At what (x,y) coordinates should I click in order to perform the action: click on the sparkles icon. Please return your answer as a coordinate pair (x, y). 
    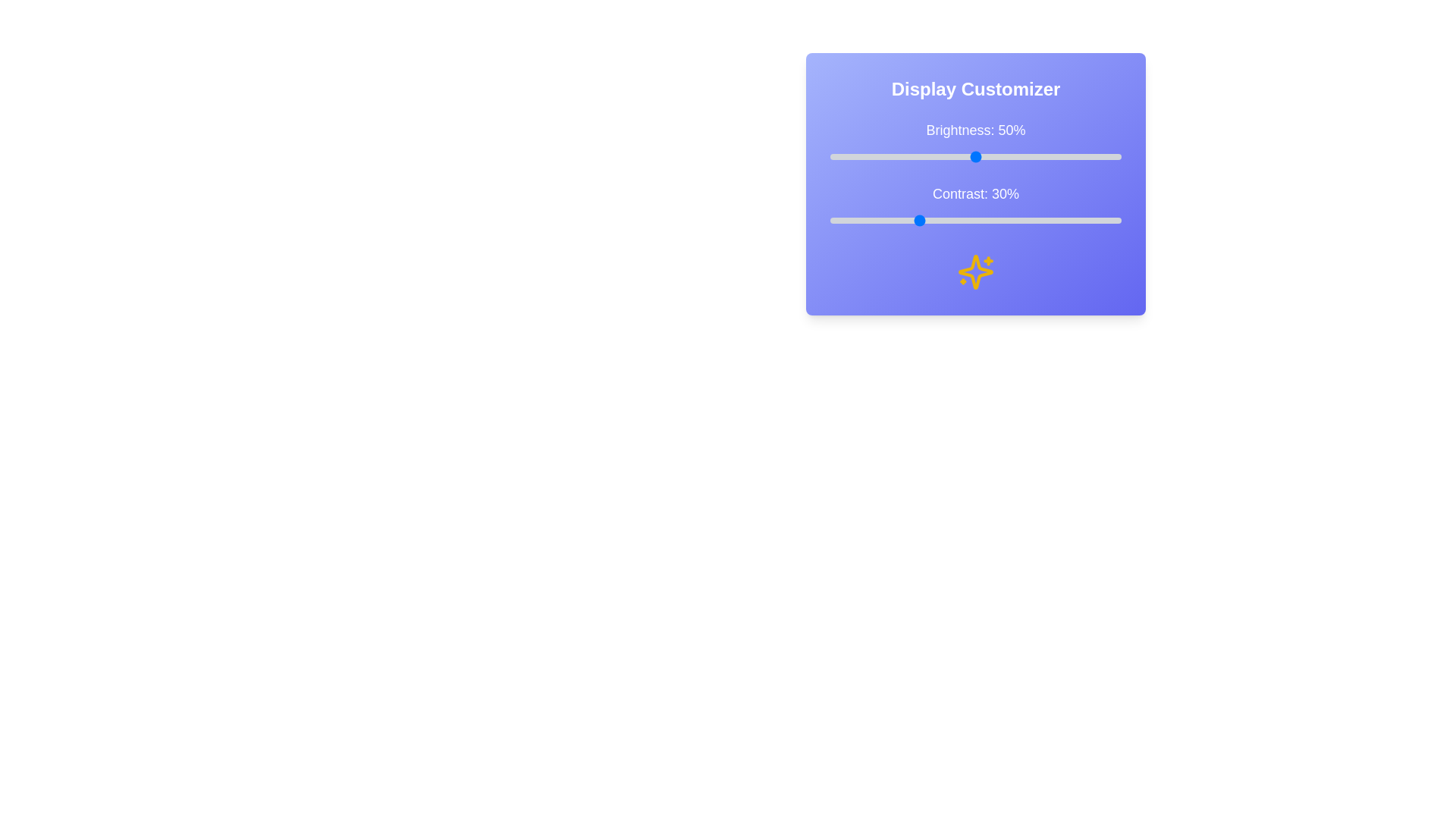
    Looking at the image, I should click on (975, 271).